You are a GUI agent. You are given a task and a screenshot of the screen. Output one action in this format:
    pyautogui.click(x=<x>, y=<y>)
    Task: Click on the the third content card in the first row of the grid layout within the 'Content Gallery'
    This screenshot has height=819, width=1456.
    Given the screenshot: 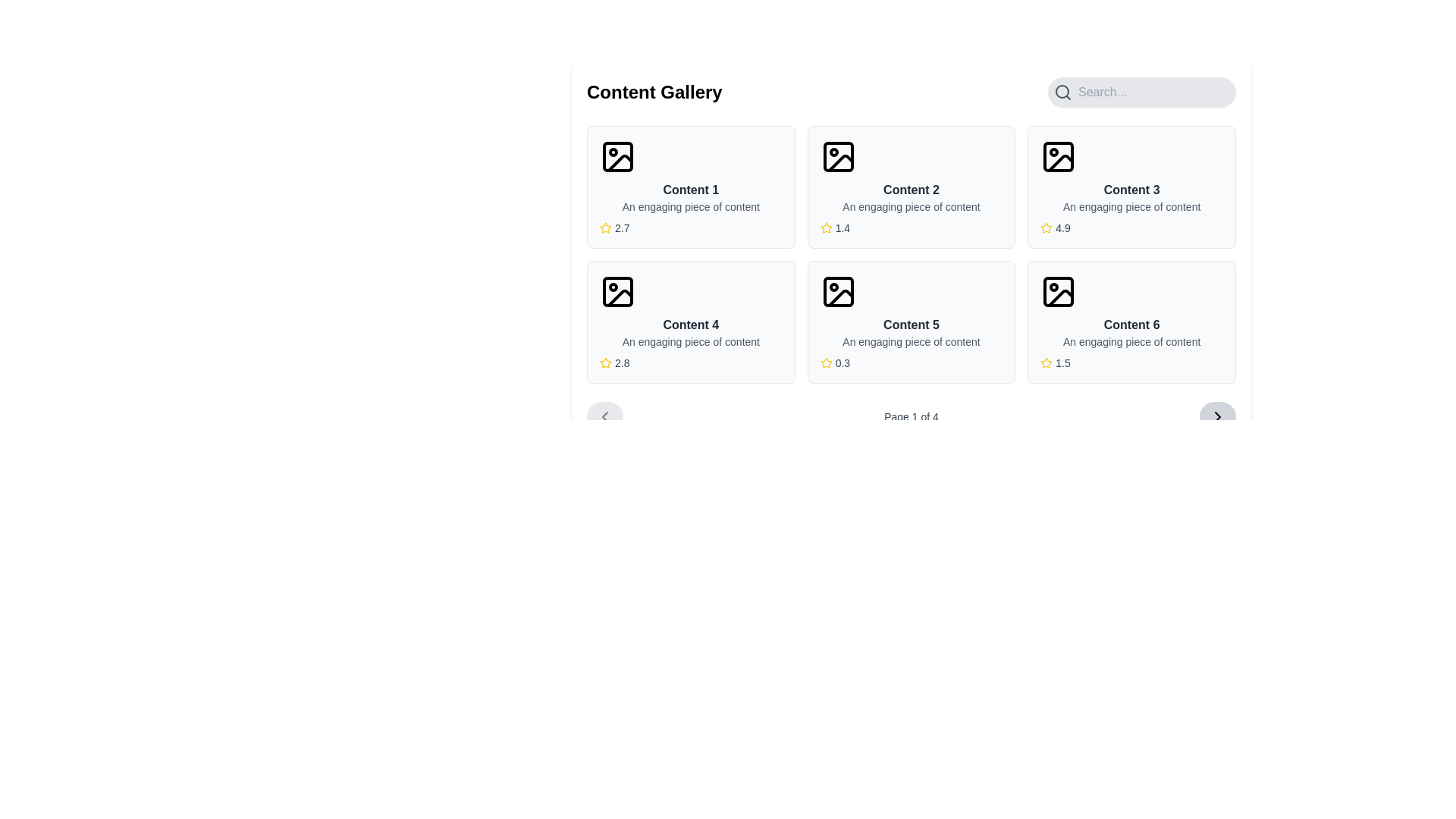 What is the action you would take?
    pyautogui.click(x=1131, y=186)
    